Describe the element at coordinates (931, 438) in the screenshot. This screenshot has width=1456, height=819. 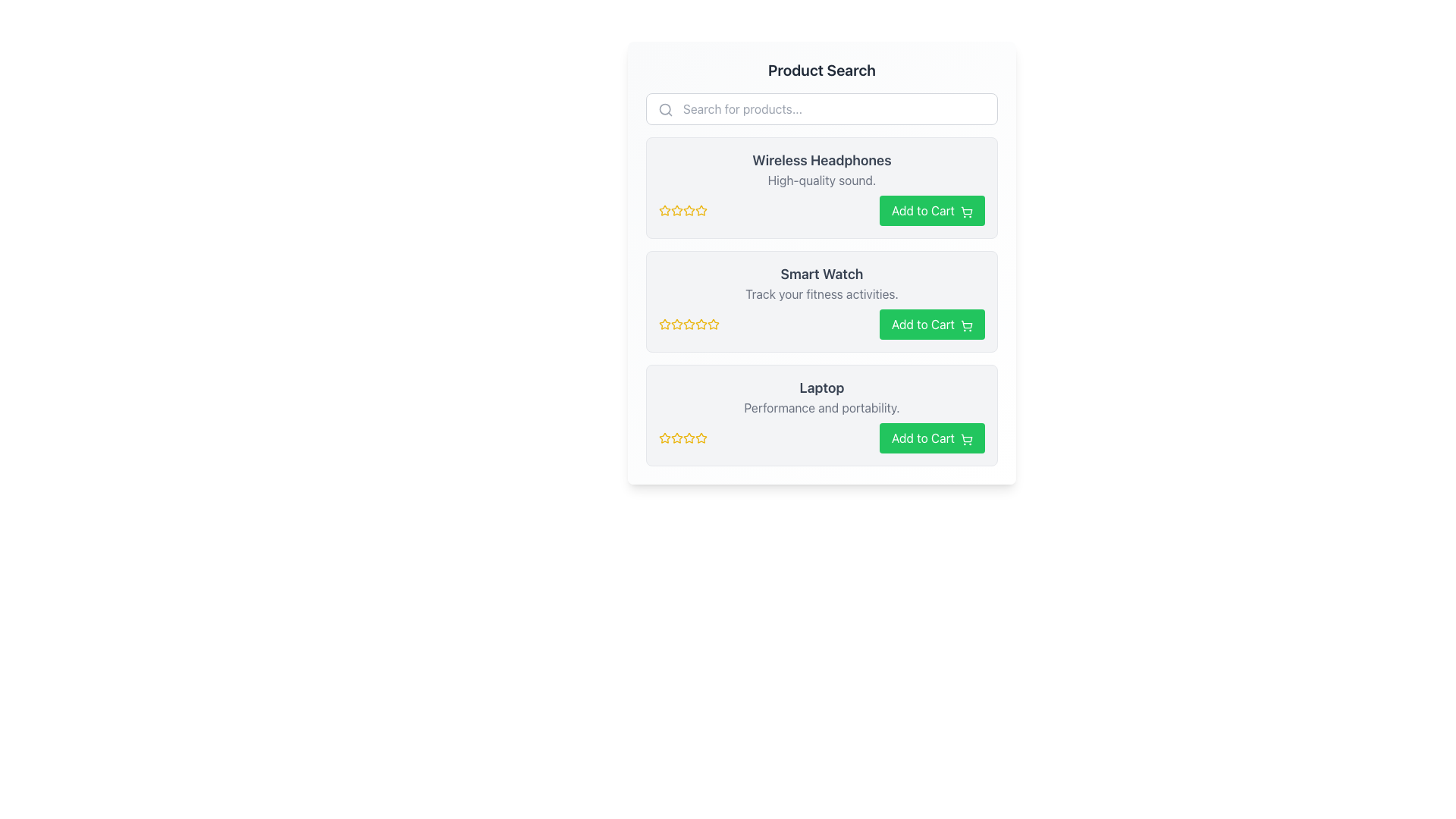
I see `the button located in the third product card from the top, aligned to the right side just below the yellow-star ratings` at that location.